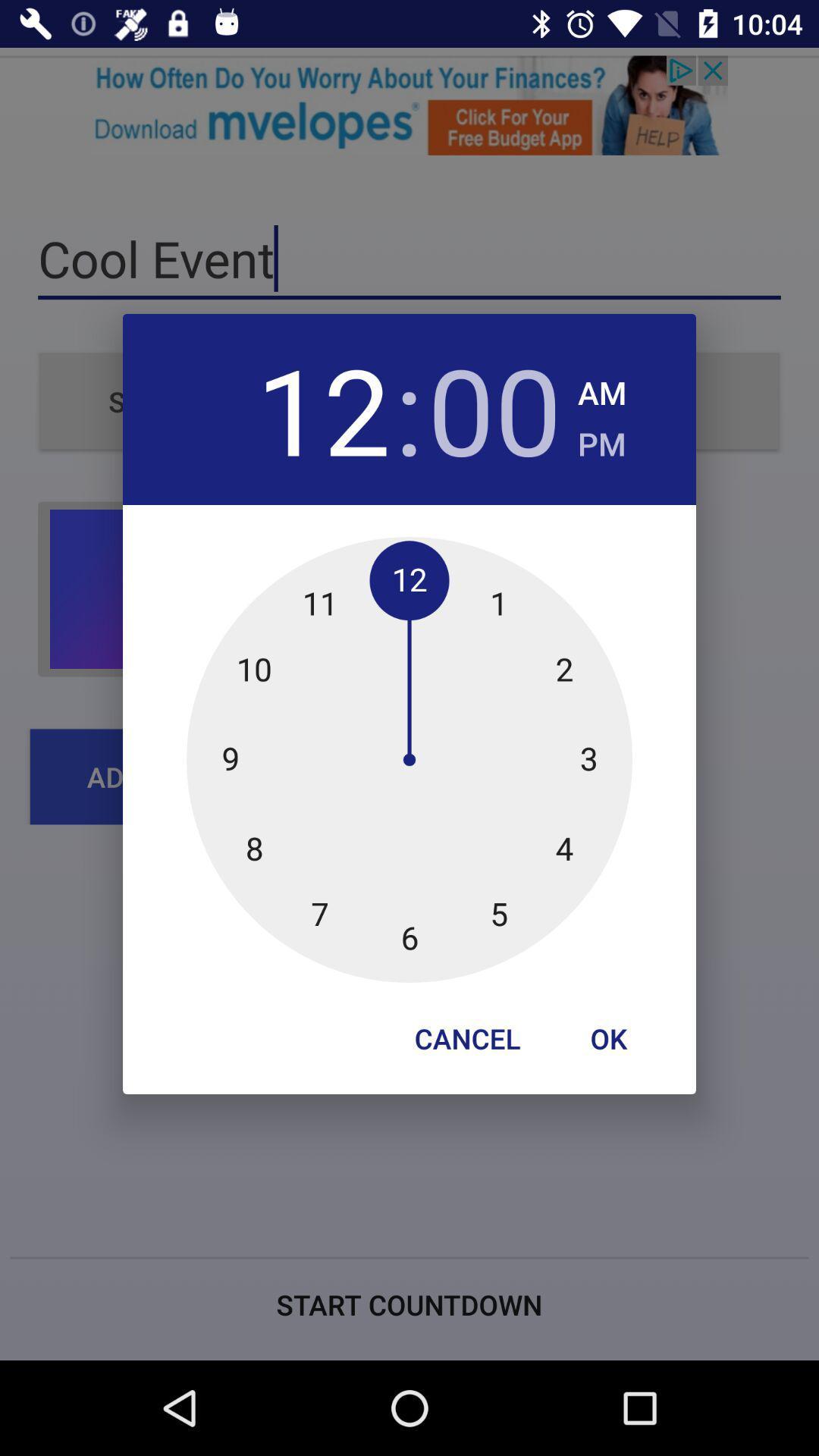 Image resolution: width=819 pixels, height=1456 pixels. Describe the element at coordinates (322, 409) in the screenshot. I see `the 12 icon` at that location.